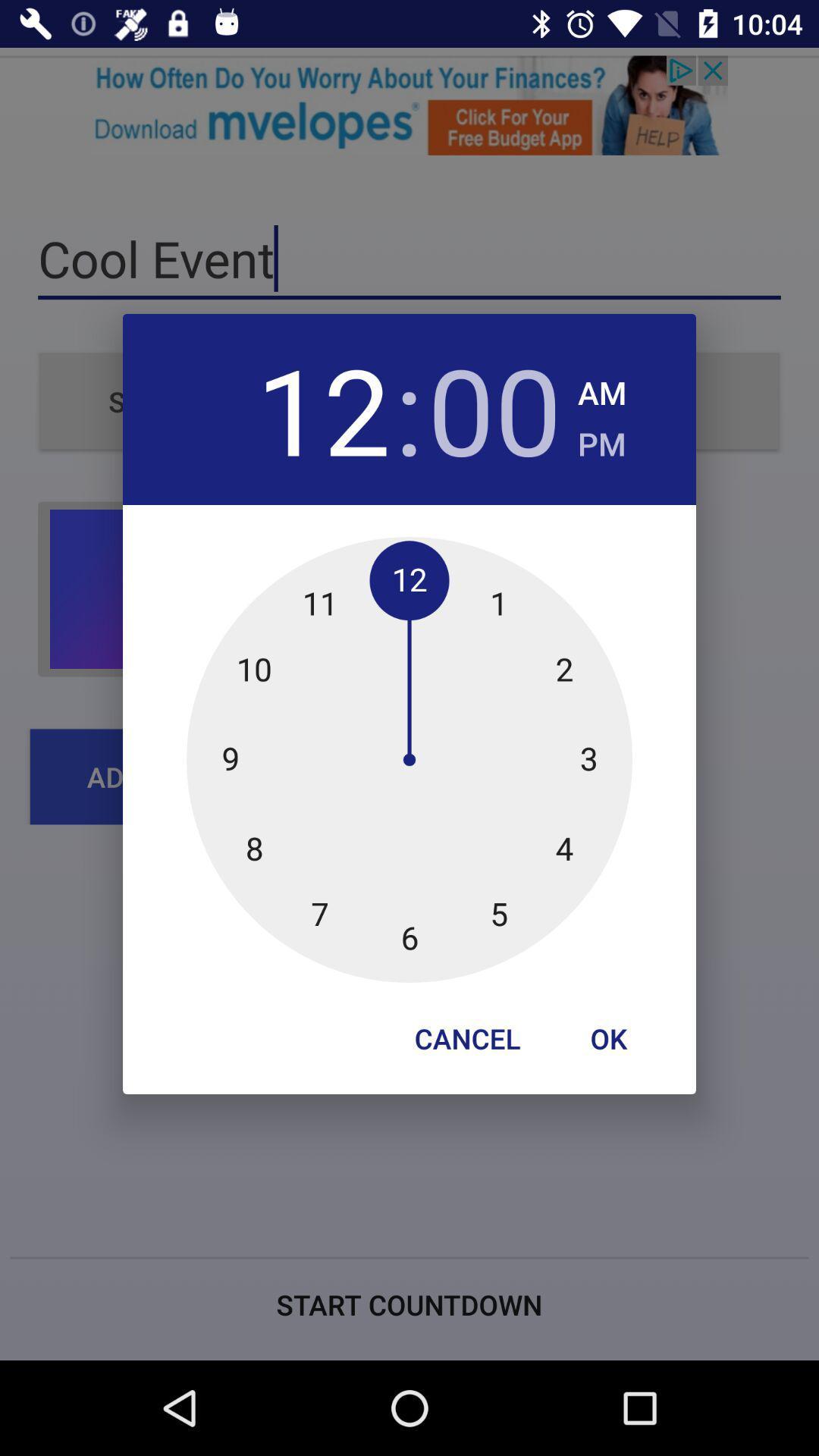 Image resolution: width=819 pixels, height=1456 pixels. Describe the element at coordinates (322, 409) in the screenshot. I see `the 12 icon` at that location.